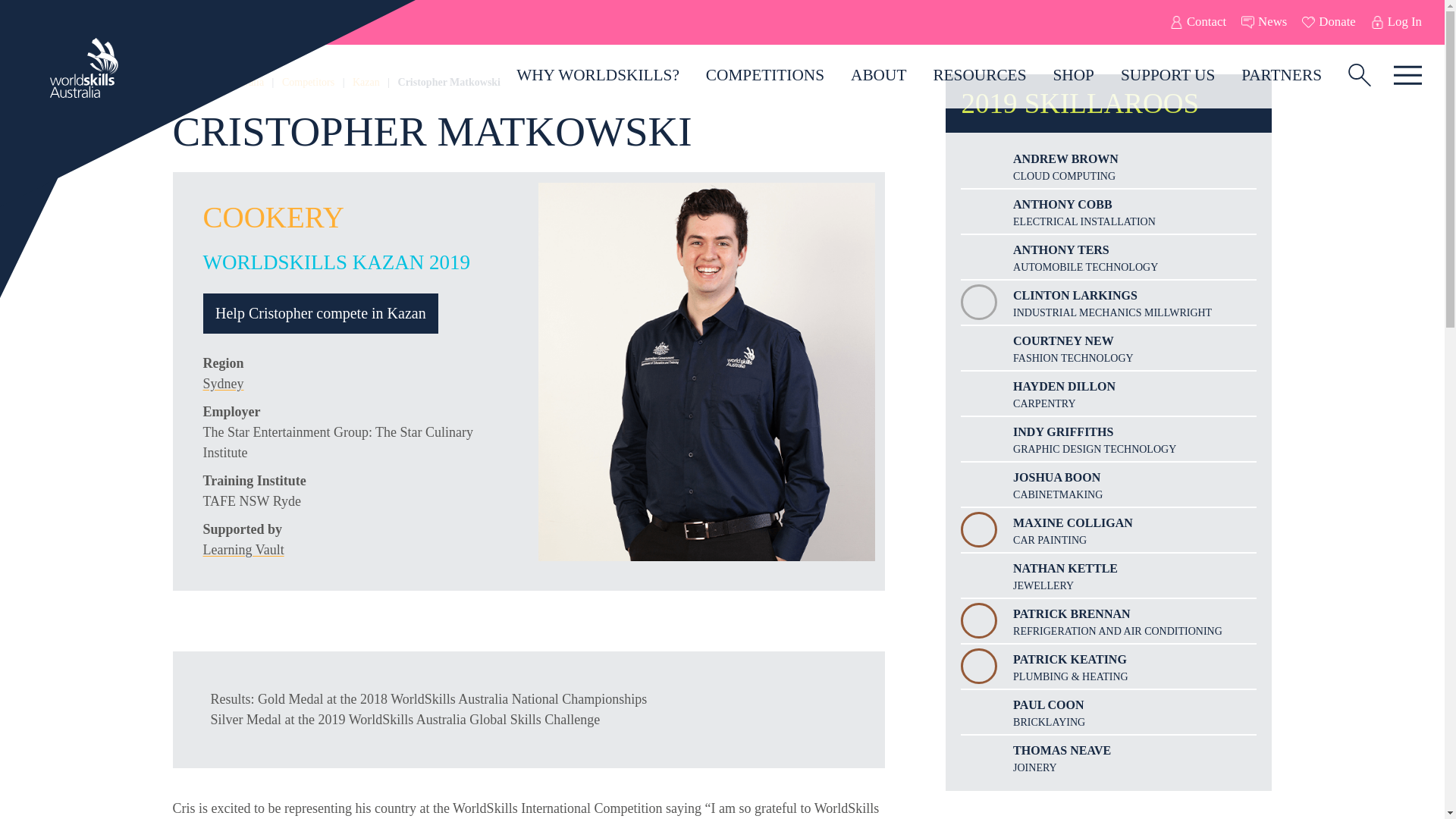  I want to click on 'ANTHONY TERS, so click(1109, 256).